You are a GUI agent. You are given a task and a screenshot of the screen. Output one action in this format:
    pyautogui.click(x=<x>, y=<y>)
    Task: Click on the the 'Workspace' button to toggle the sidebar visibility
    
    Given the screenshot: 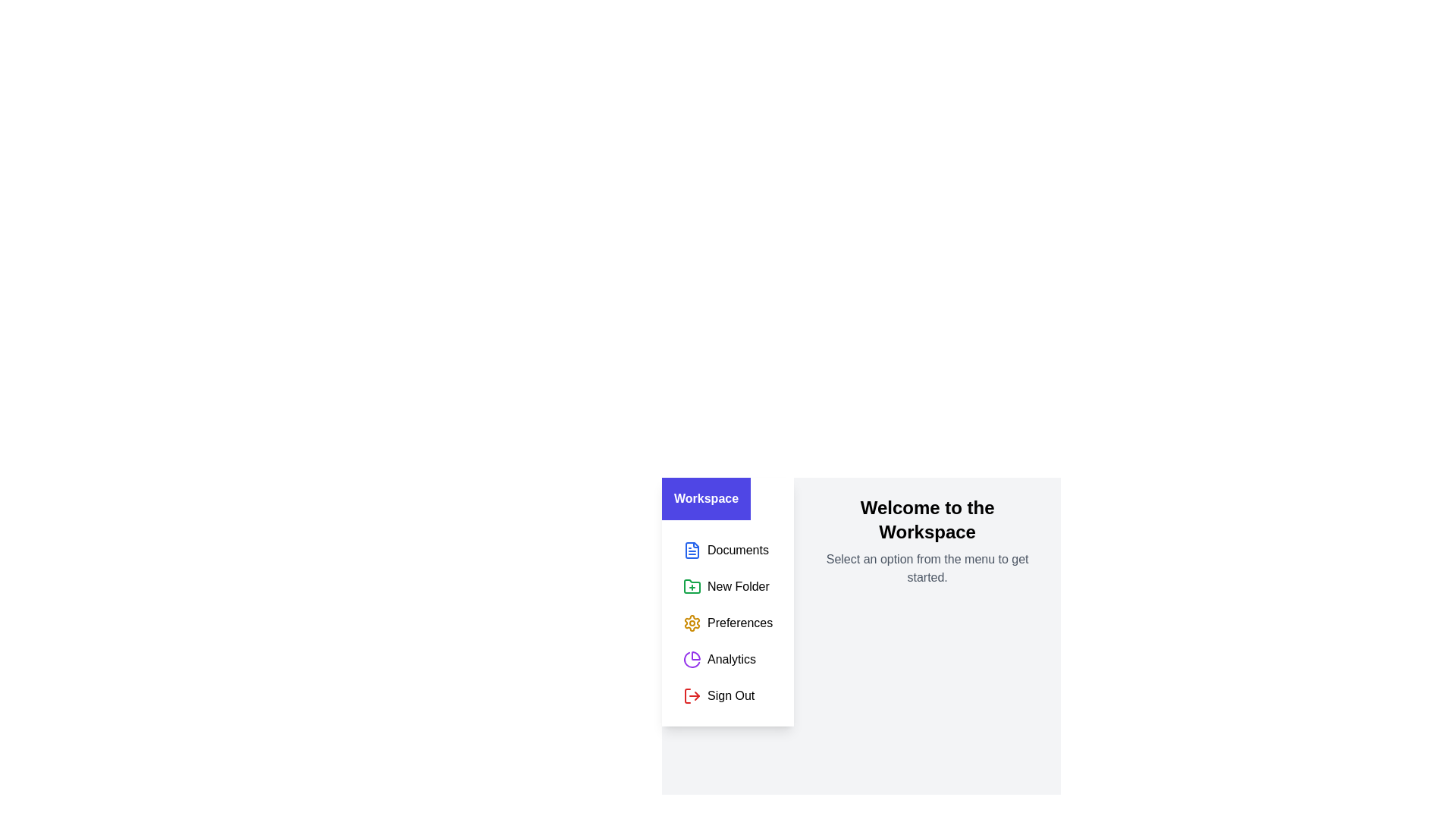 What is the action you would take?
    pyautogui.click(x=705, y=499)
    